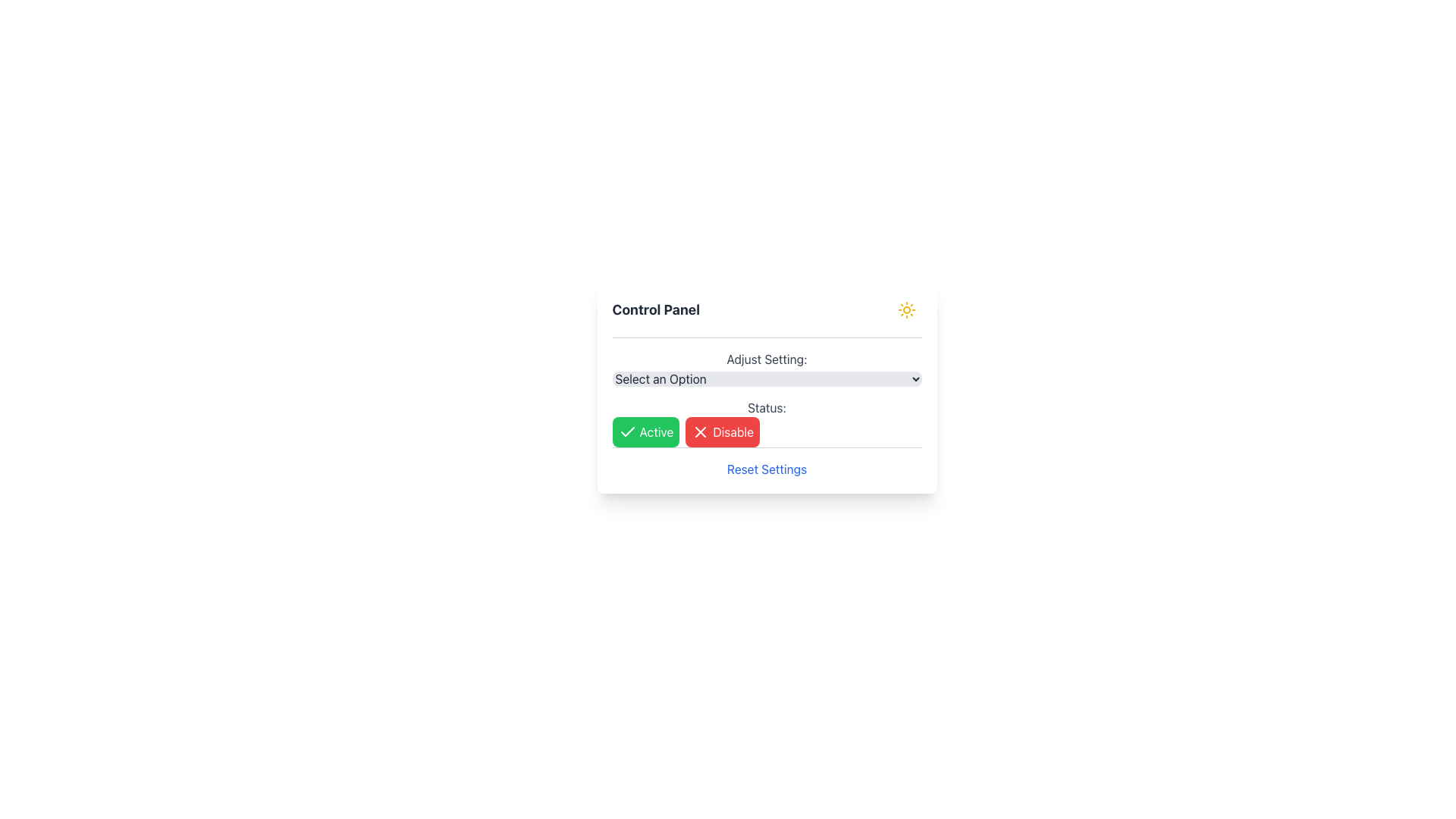  I want to click on an option from the 'Adjust Setting' dropdown menu located centrally below the 'Control Panel' heading, so click(767, 369).